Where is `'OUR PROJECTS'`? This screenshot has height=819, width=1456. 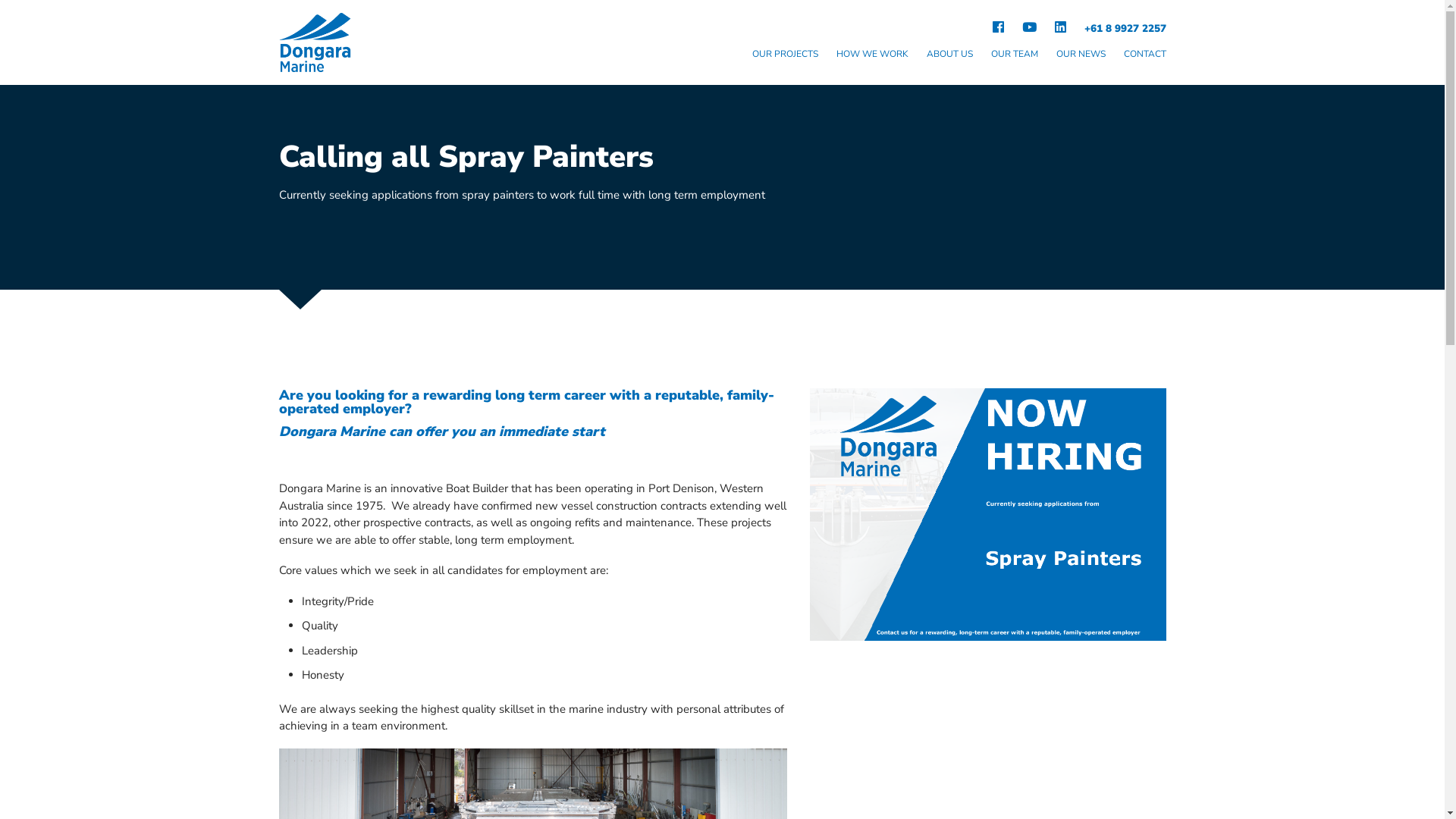 'OUR PROJECTS' is located at coordinates (785, 55).